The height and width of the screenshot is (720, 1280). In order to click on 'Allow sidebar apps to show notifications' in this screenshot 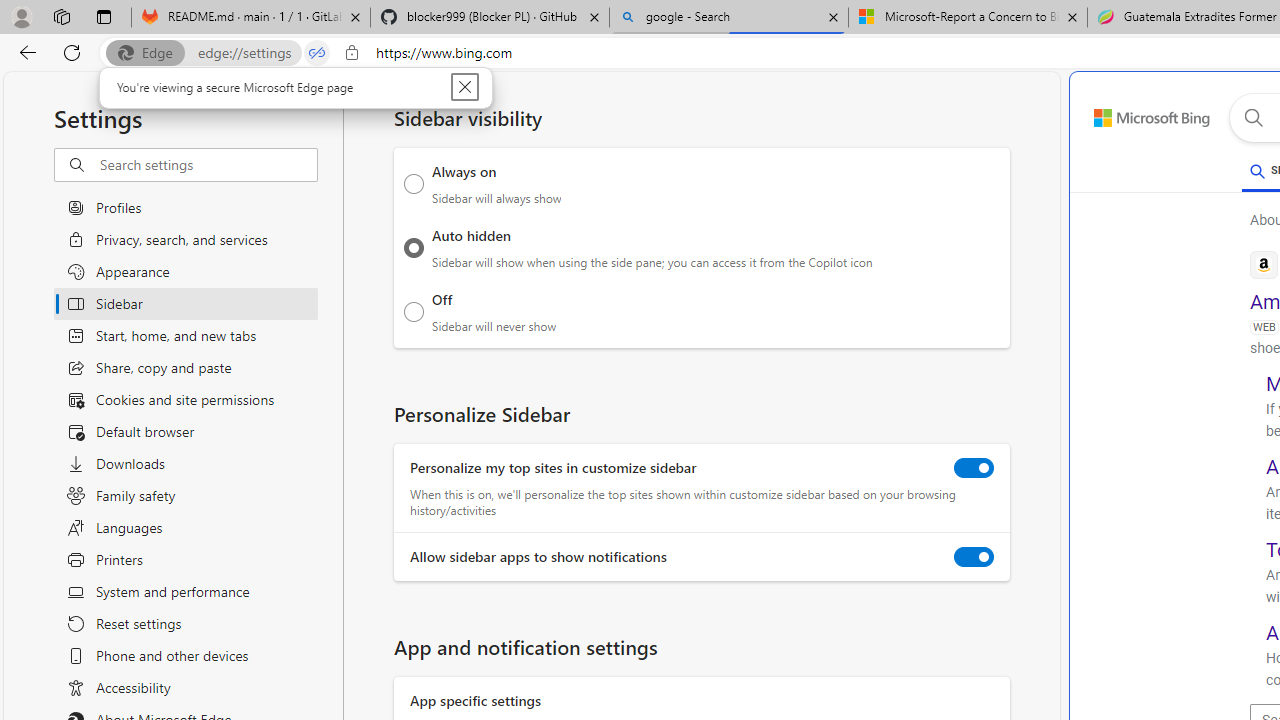, I will do `click(974, 557)`.